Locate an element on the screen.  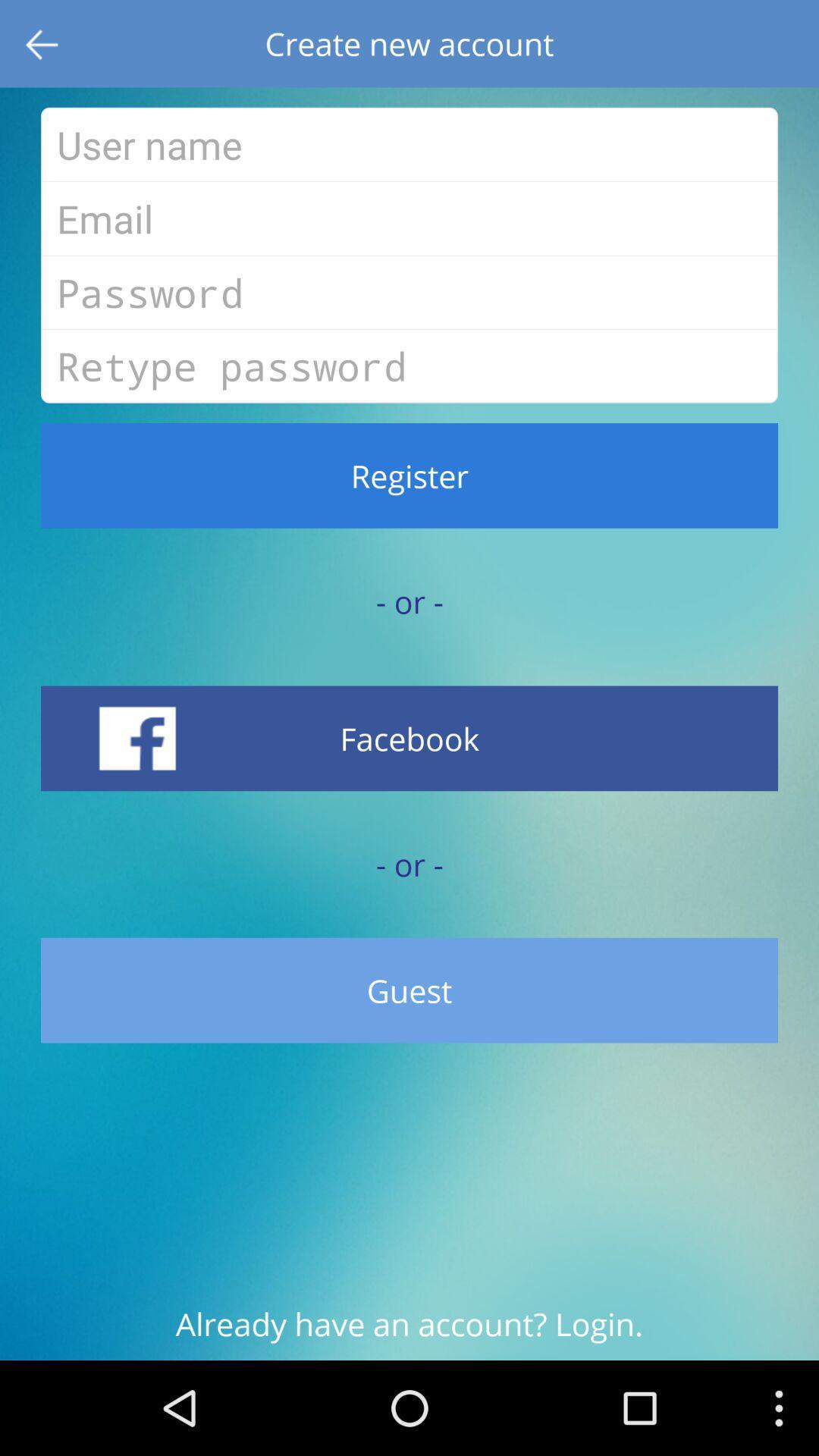
facebook is located at coordinates (409, 738).